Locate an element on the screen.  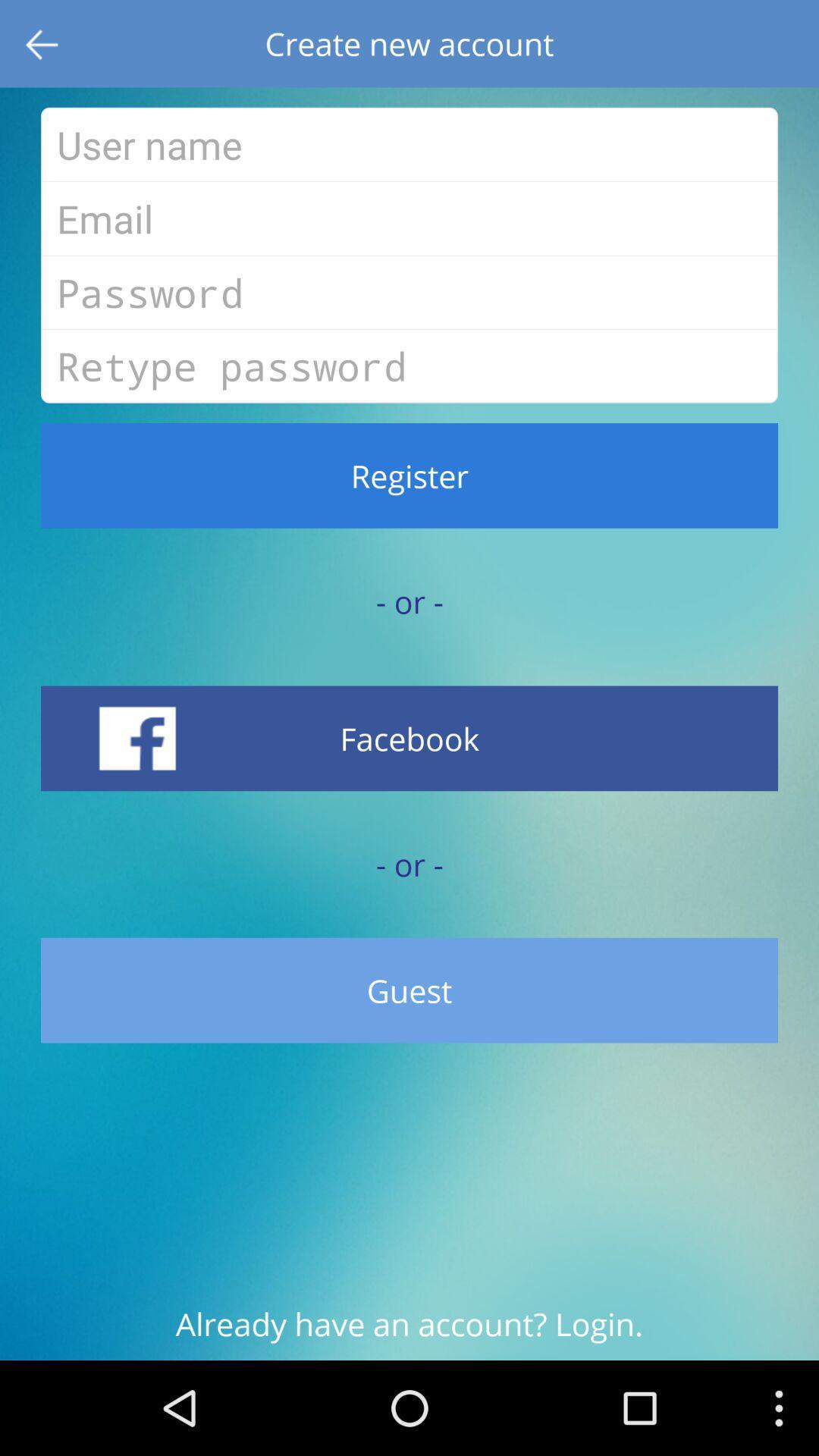
facebook is located at coordinates (409, 738).